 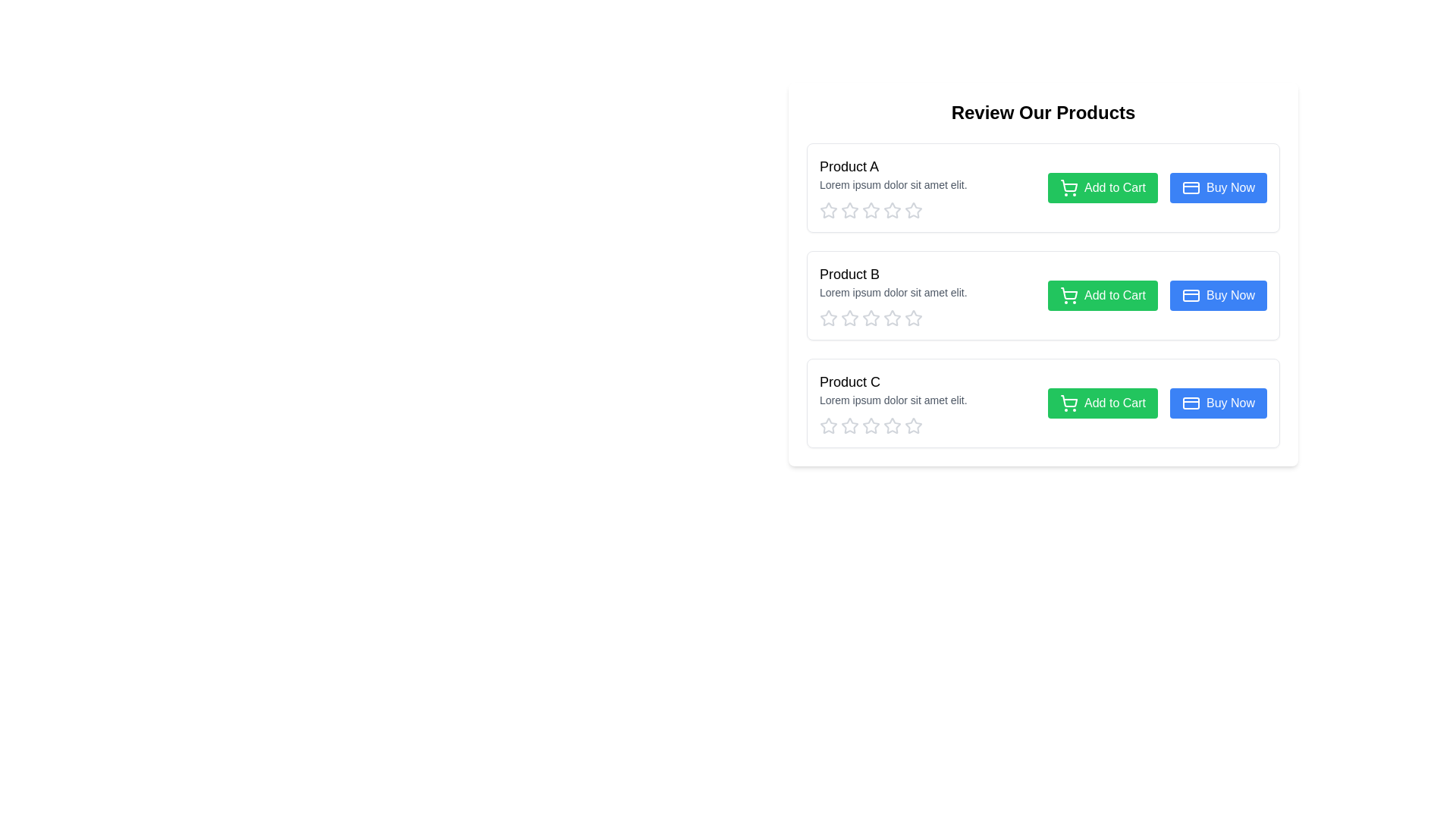 What do you see at coordinates (848, 210) in the screenshot?
I see `the first interactive rating star icon for 'Product A'` at bounding box center [848, 210].